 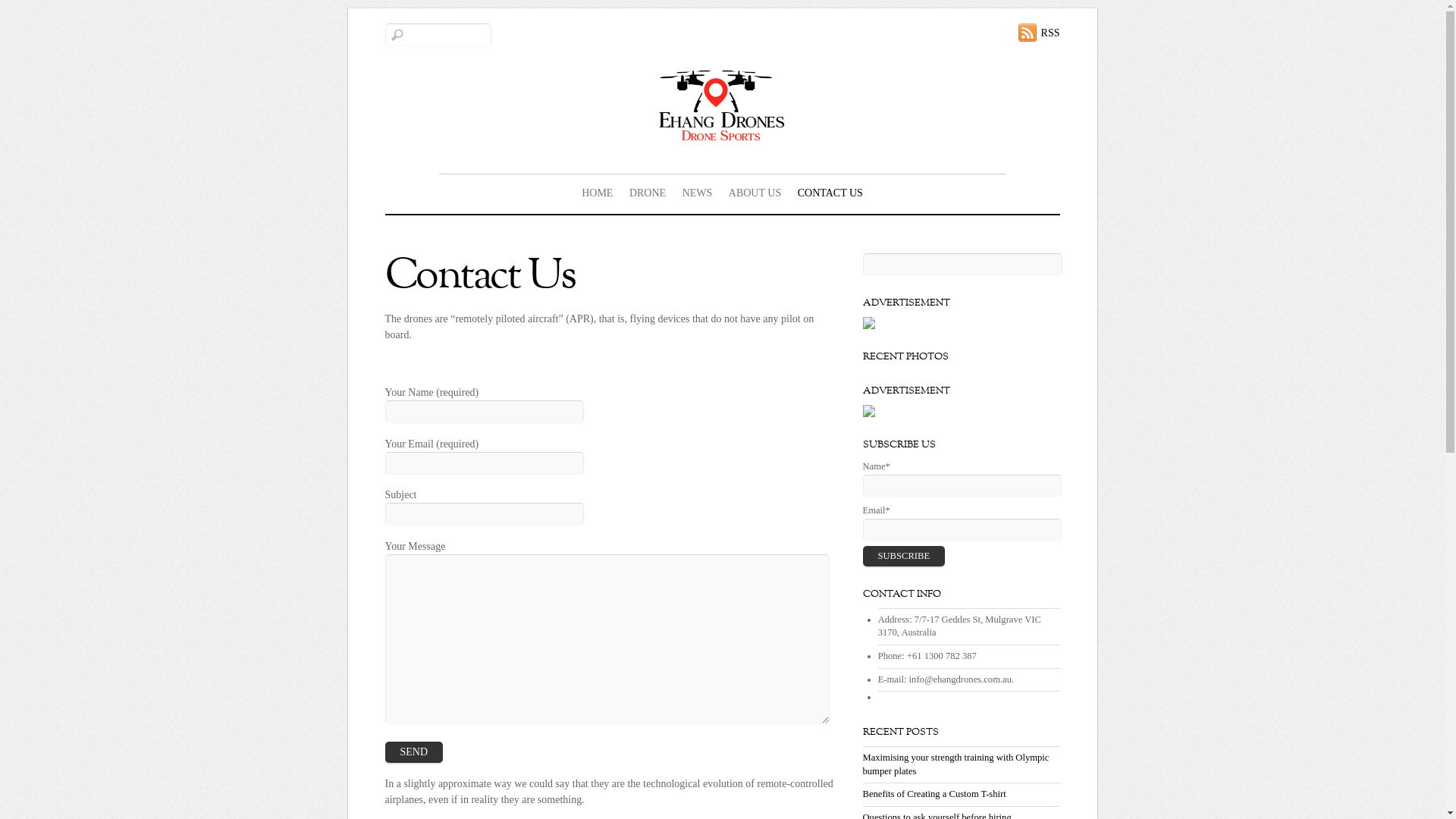 I want to click on 'DRONE', so click(x=648, y=192).